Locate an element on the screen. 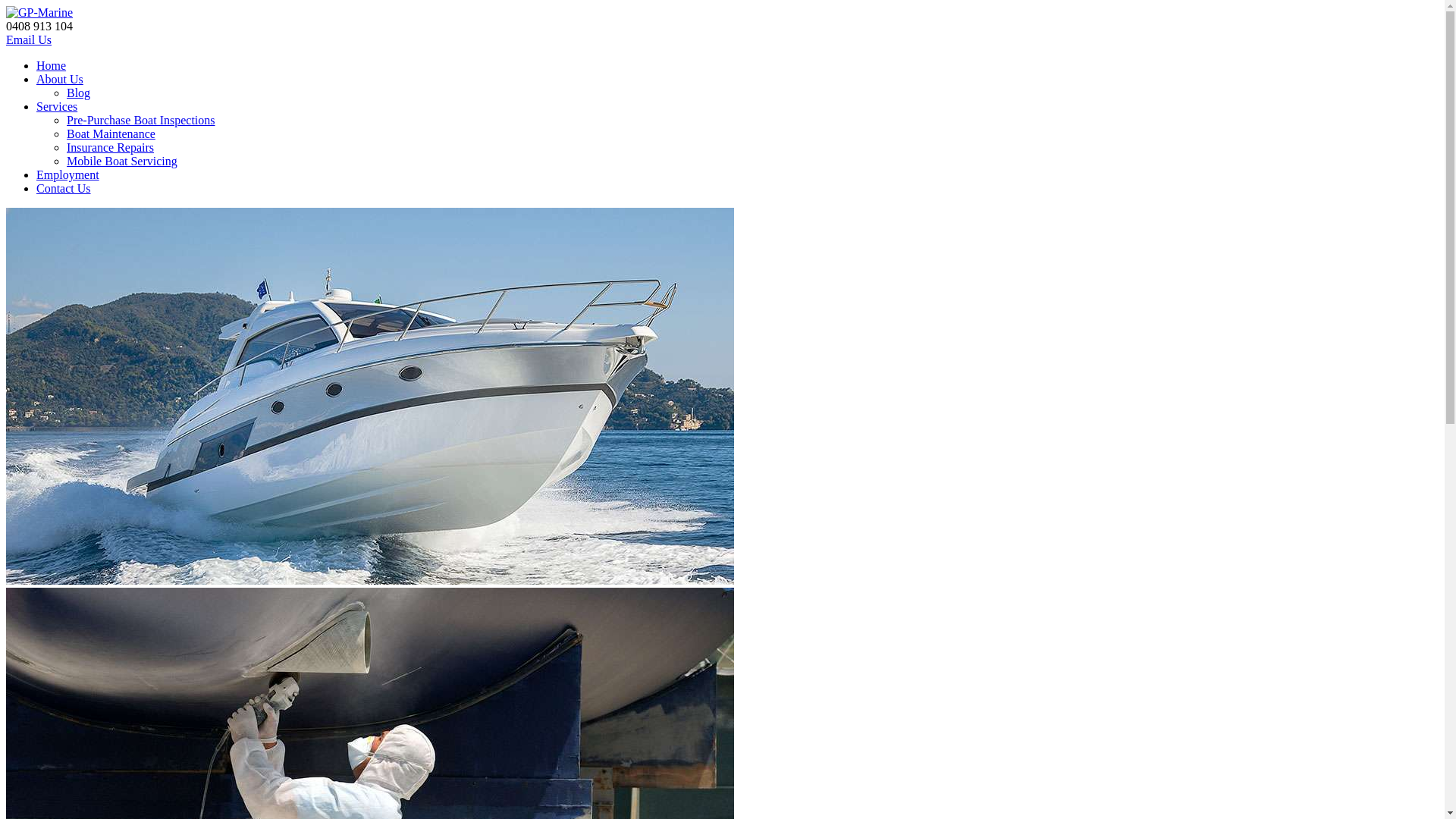 The width and height of the screenshot is (1456, 819). 'Services' is located at coordinates (57, 105).